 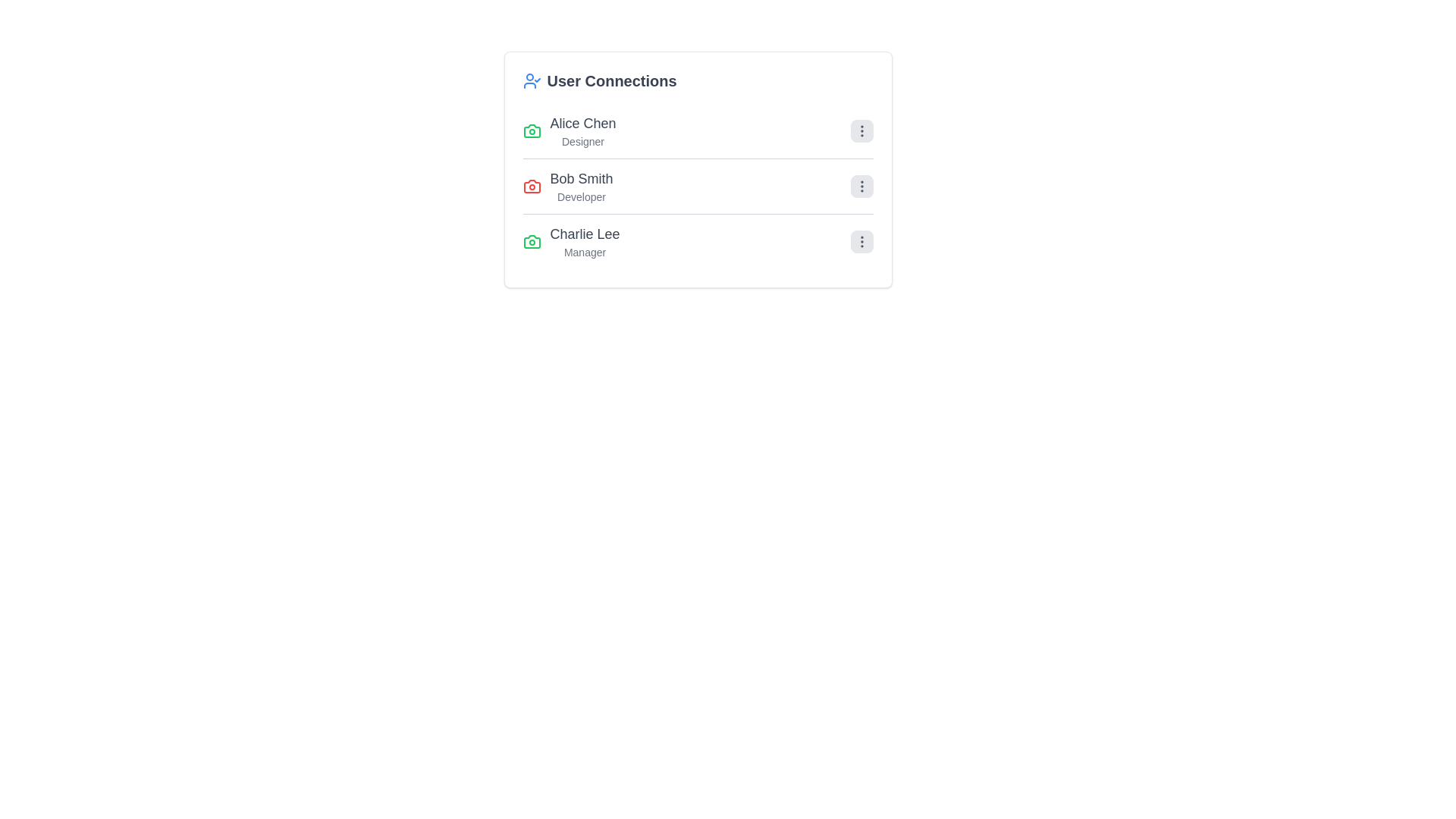 I want to click on the text label displaying 'Designer' in a small gray font, located below 'Alice Chen' in the user profile details, so click(x=582, y=141).